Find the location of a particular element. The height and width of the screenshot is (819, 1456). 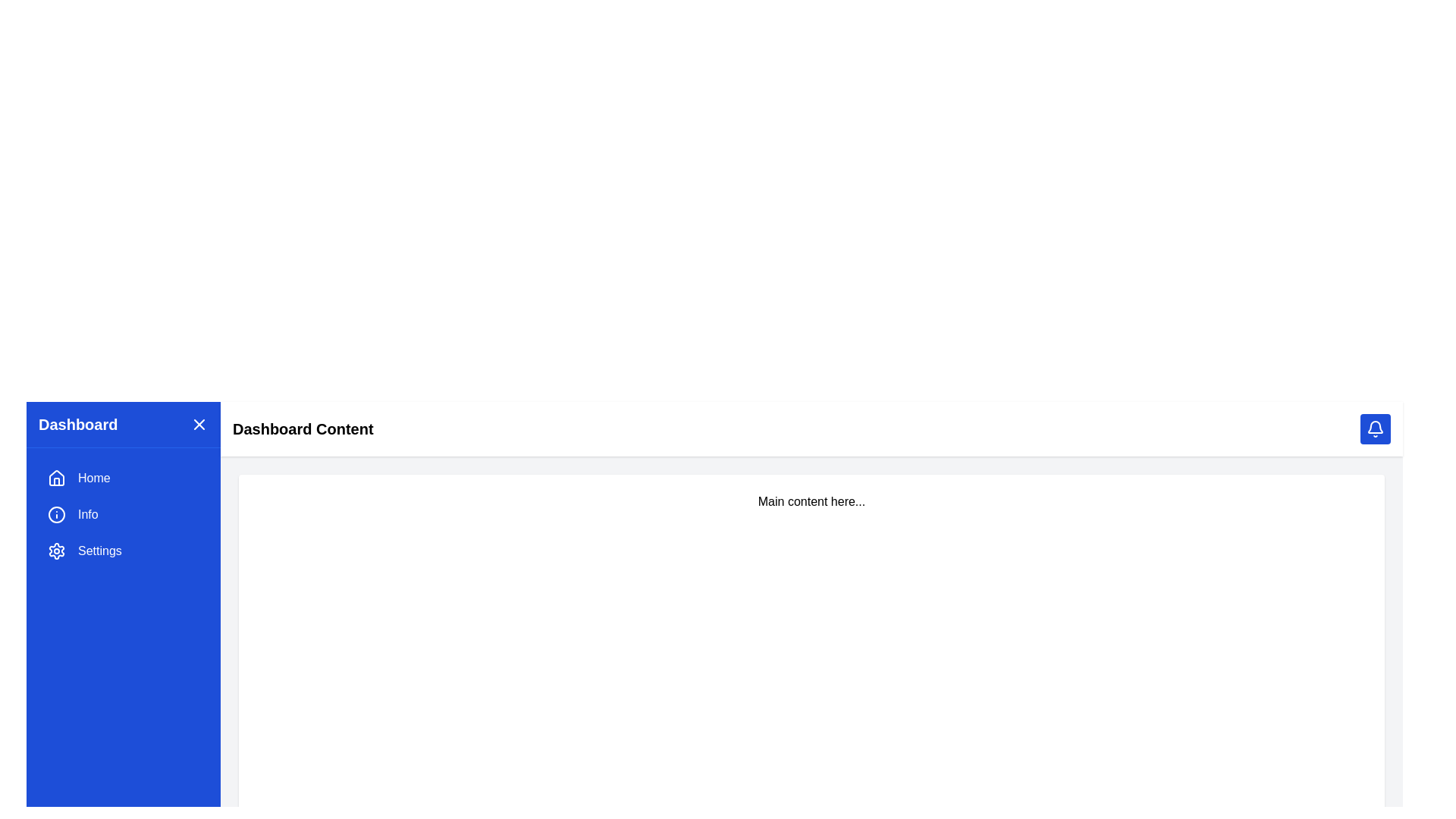

the close/dismiss vector graphic element located in the top-right of the sidebar's header area is located at coordinates (199, 424).